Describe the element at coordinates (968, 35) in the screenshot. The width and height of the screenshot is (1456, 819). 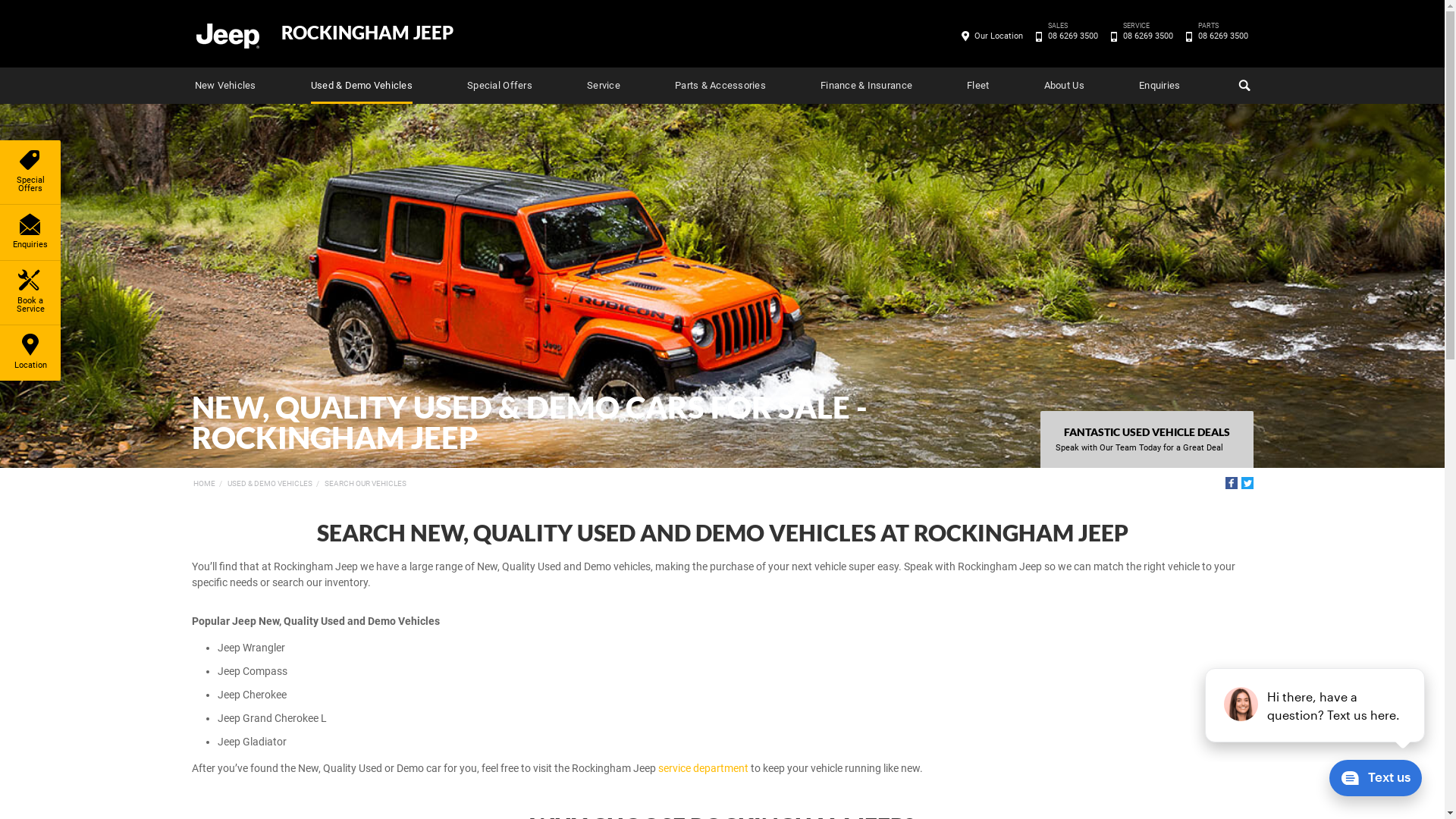
I see `'Our Location'` at that location.